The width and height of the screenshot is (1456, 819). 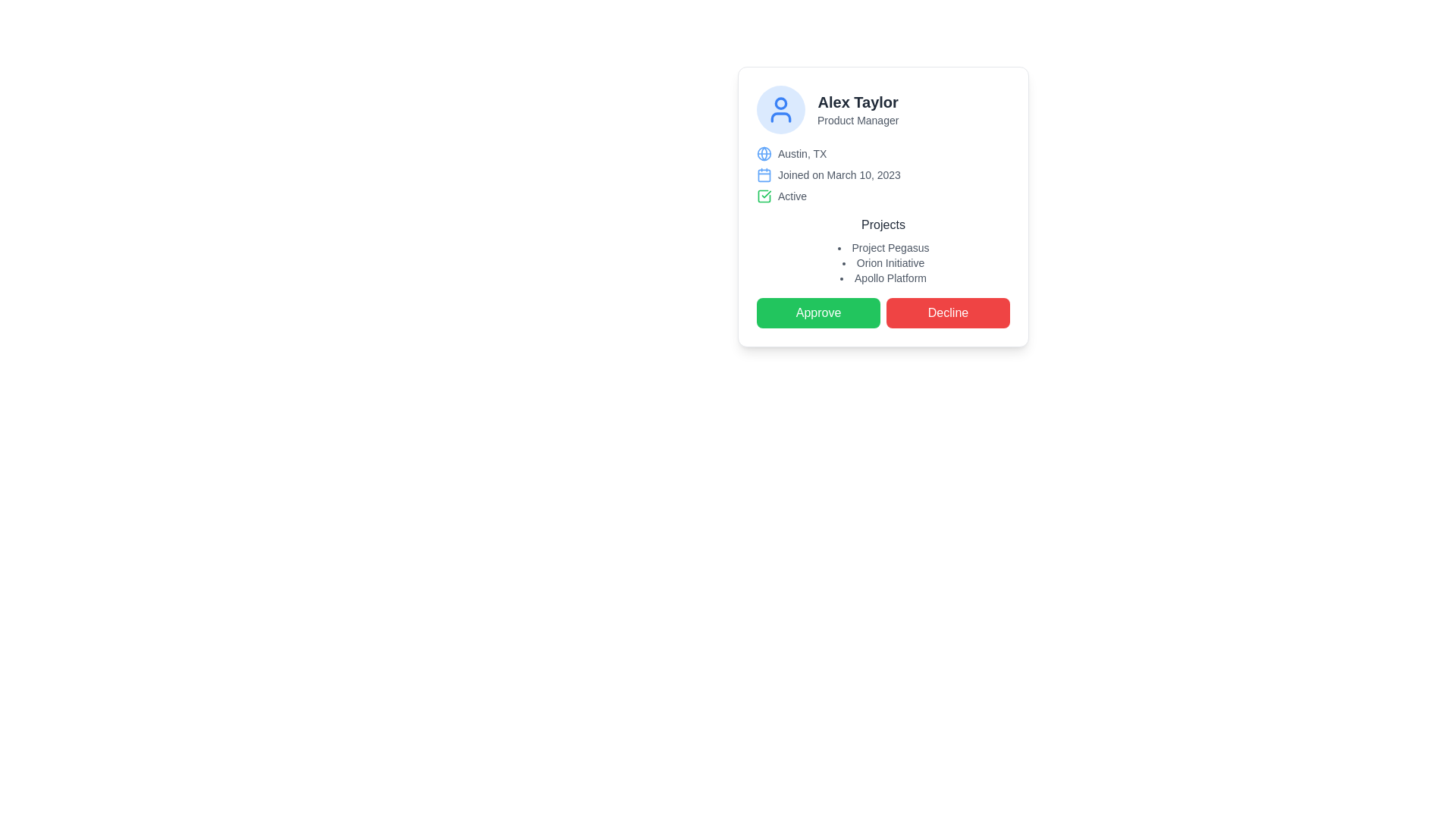 What do you see at coordinates (764, 174) in the screenshot?
I see `the main body of the calendar icon located to the left of the text 'Joined on March 10, 2023' in the profile card` at bounding box center [764, 174].